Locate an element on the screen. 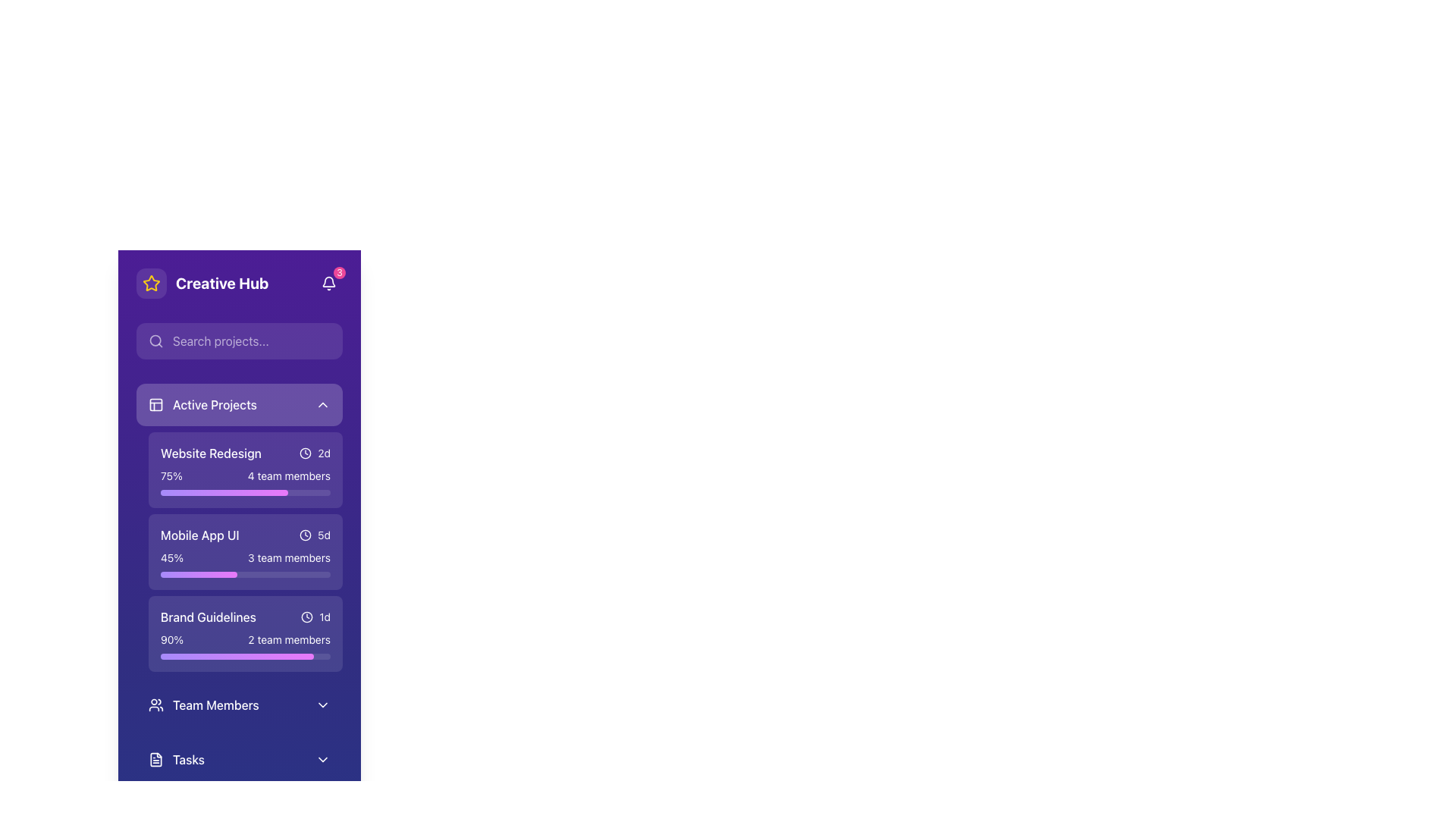 The width and height of the screenshot is (1456, 819). the progress bar representing the 'Website Redesign' project, which shows 75% completion and is located beneath the '75%' and '4 team members' text in the 'Active Projects' tab is located at coordinates (246, 493).